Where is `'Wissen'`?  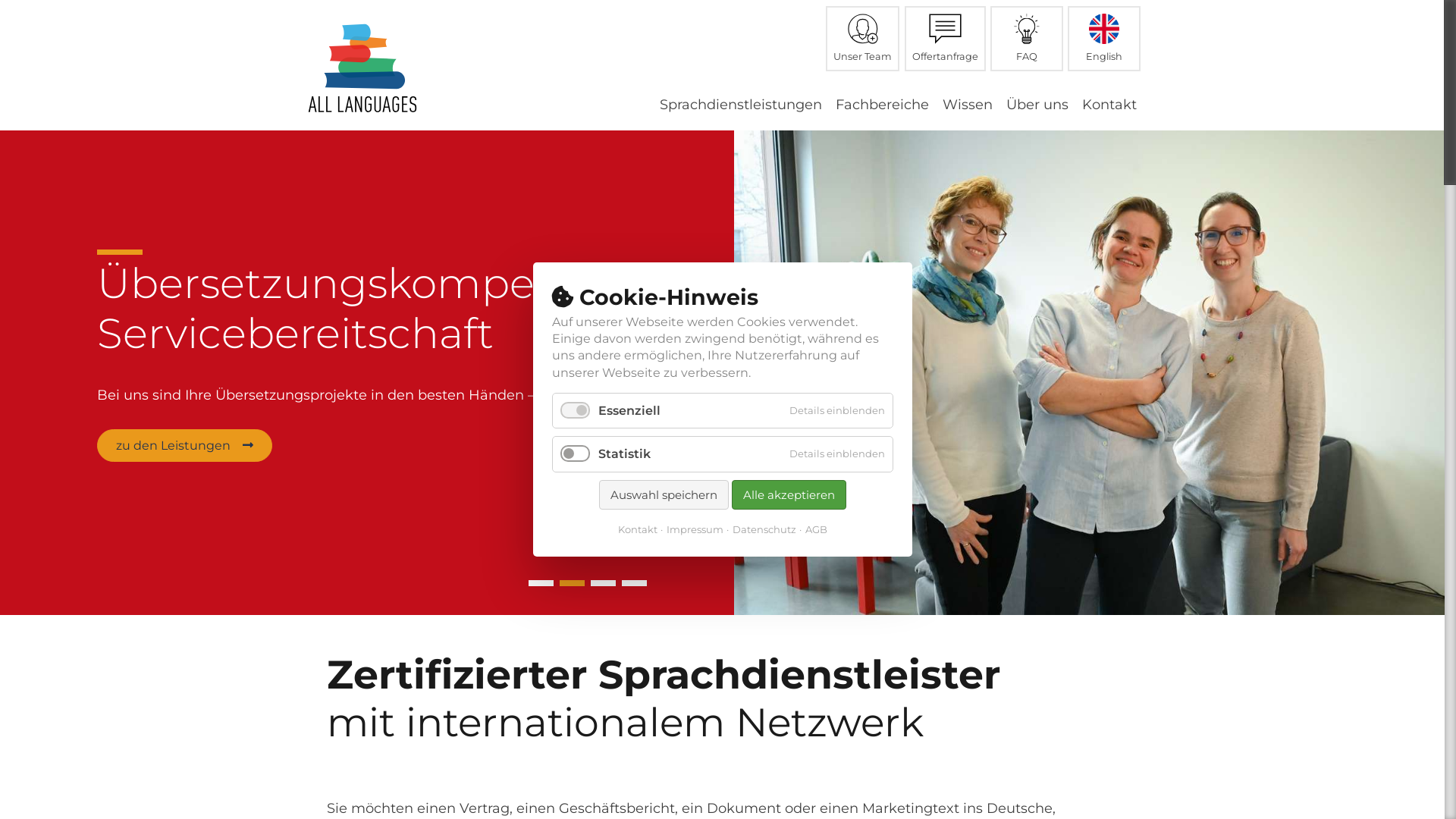 'Wissen' is located at coordinates (966, 106).